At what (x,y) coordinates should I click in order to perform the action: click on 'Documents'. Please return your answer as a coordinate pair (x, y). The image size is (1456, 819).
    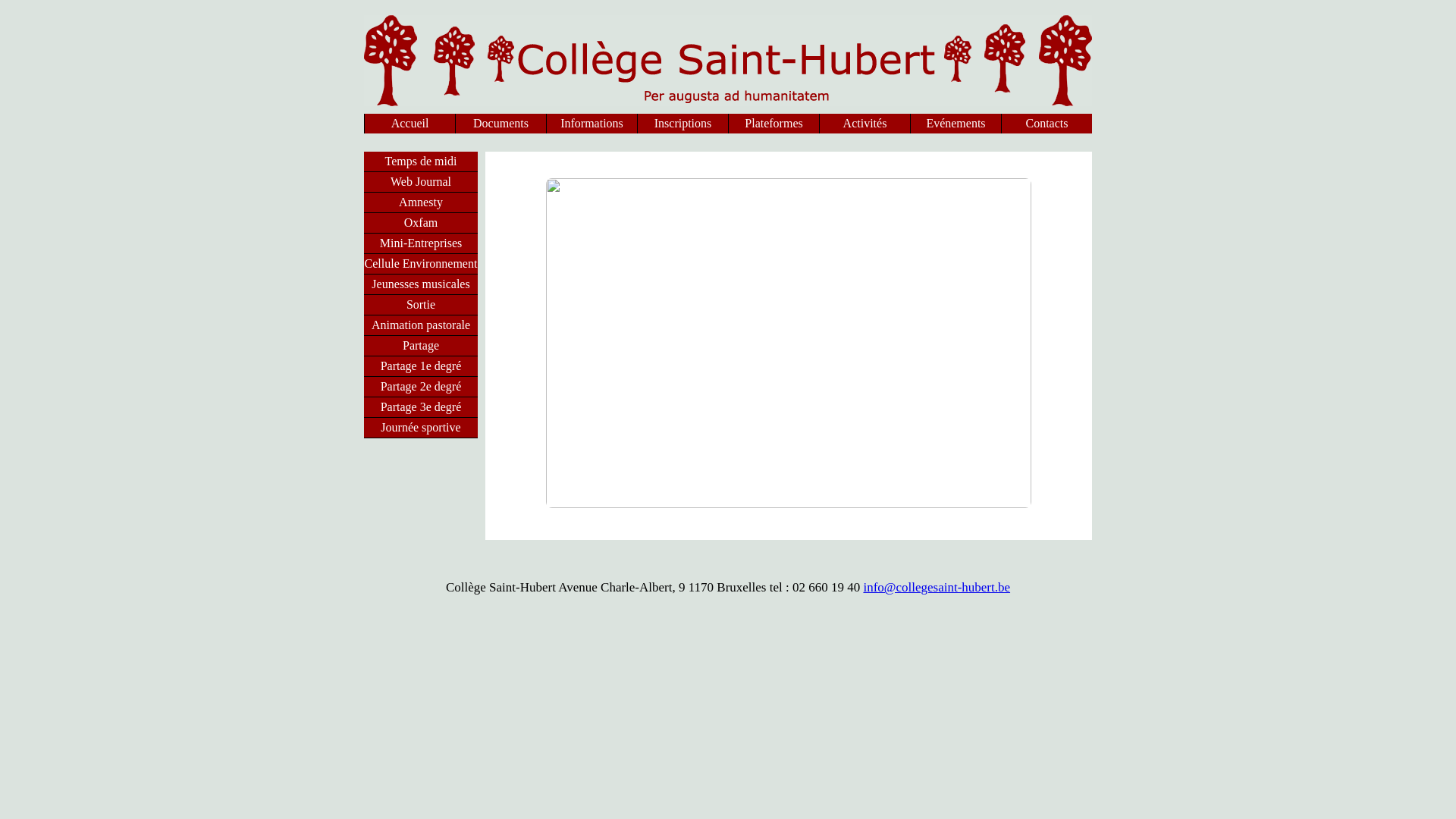
    Looking at the image, I should click on (500, 122).